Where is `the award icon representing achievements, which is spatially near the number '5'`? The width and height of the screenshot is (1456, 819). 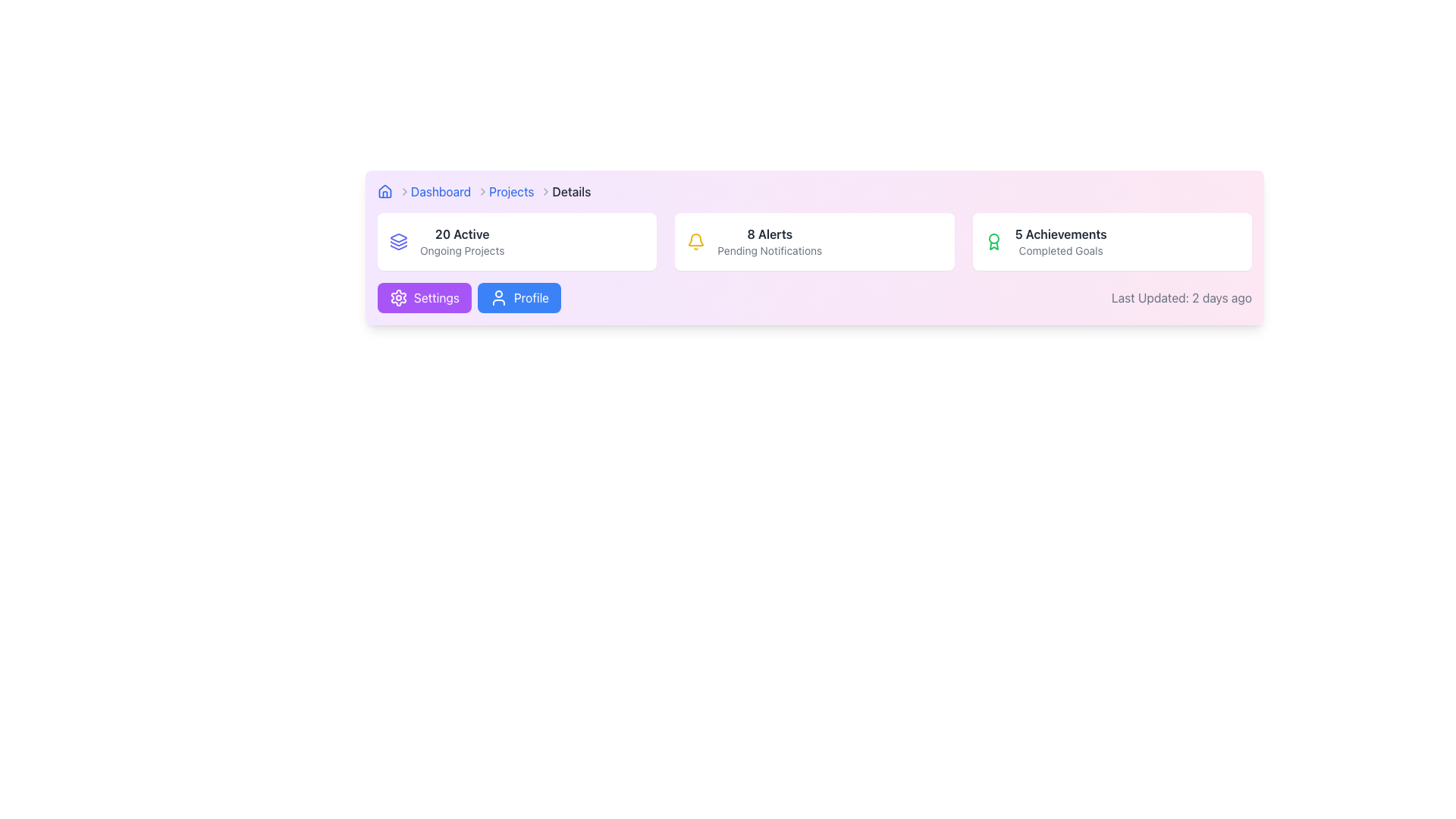 the award icon representing achievements, which is spatially near the number '5' is located at coordinates (993, 245).